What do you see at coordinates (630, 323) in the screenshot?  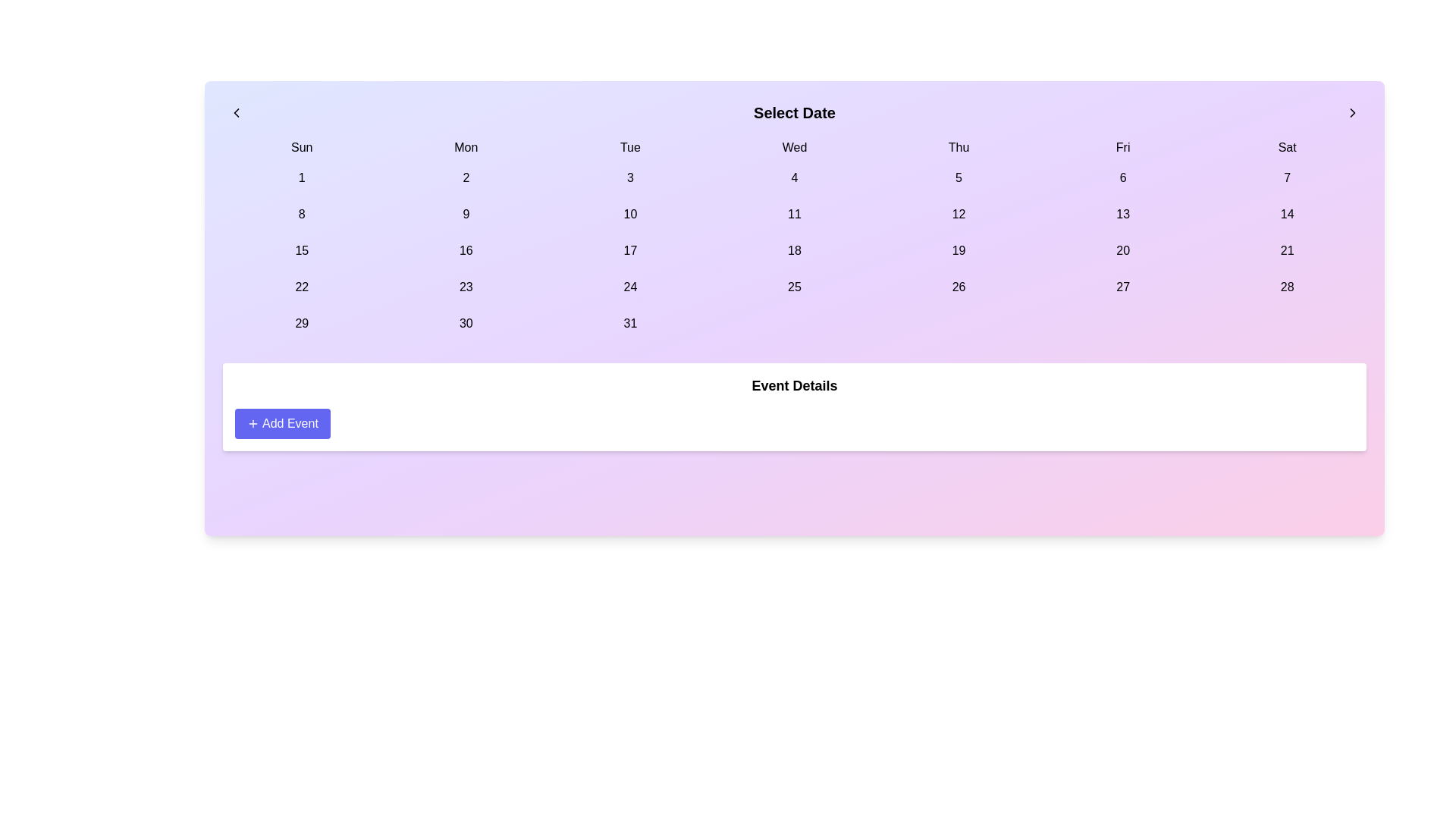 I see `the date '31' button in the calendar interface` at bounding box center [630, 323].